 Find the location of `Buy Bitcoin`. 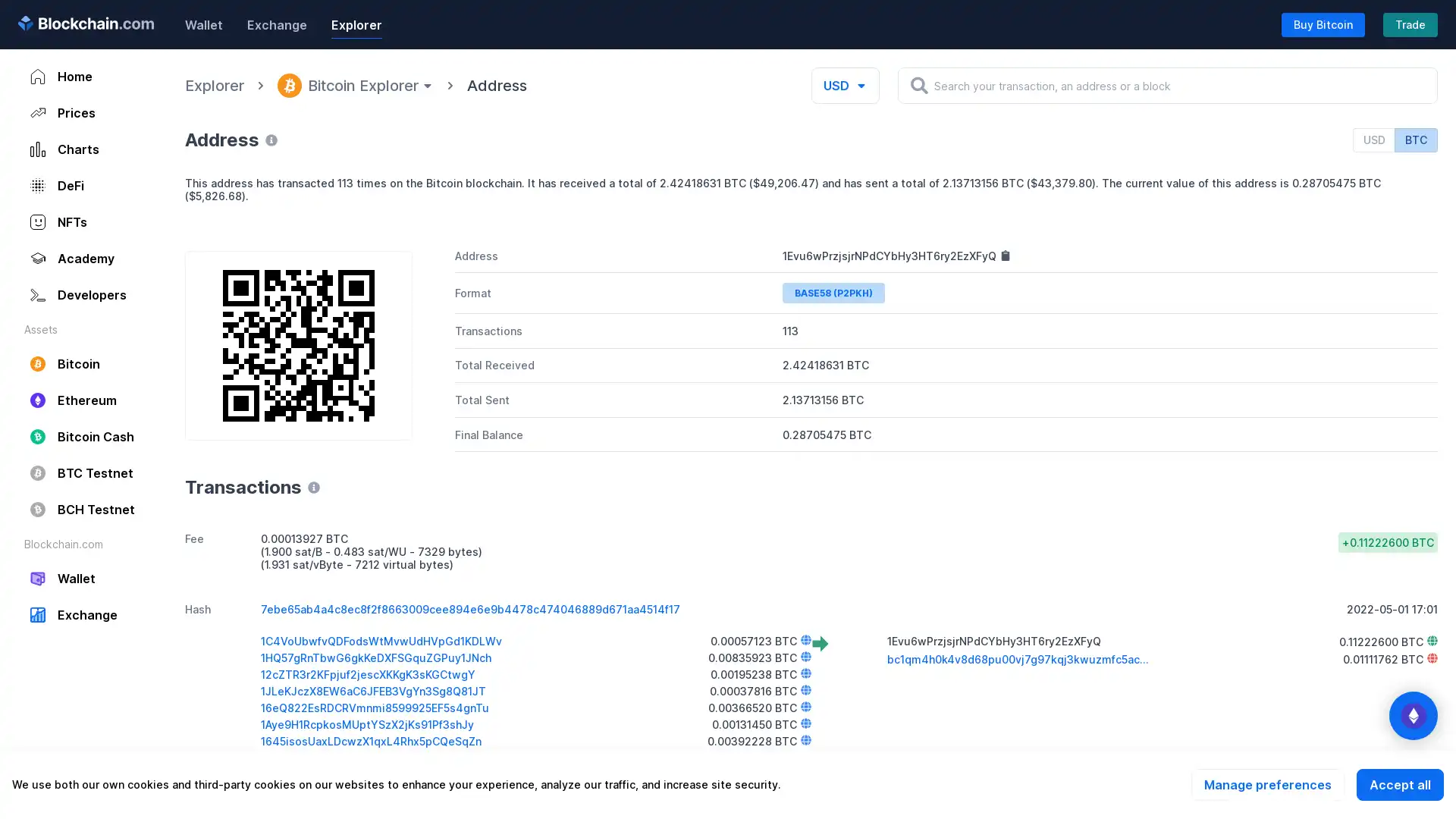

Buy Bitcoin is located at coordinates (1323, 24).